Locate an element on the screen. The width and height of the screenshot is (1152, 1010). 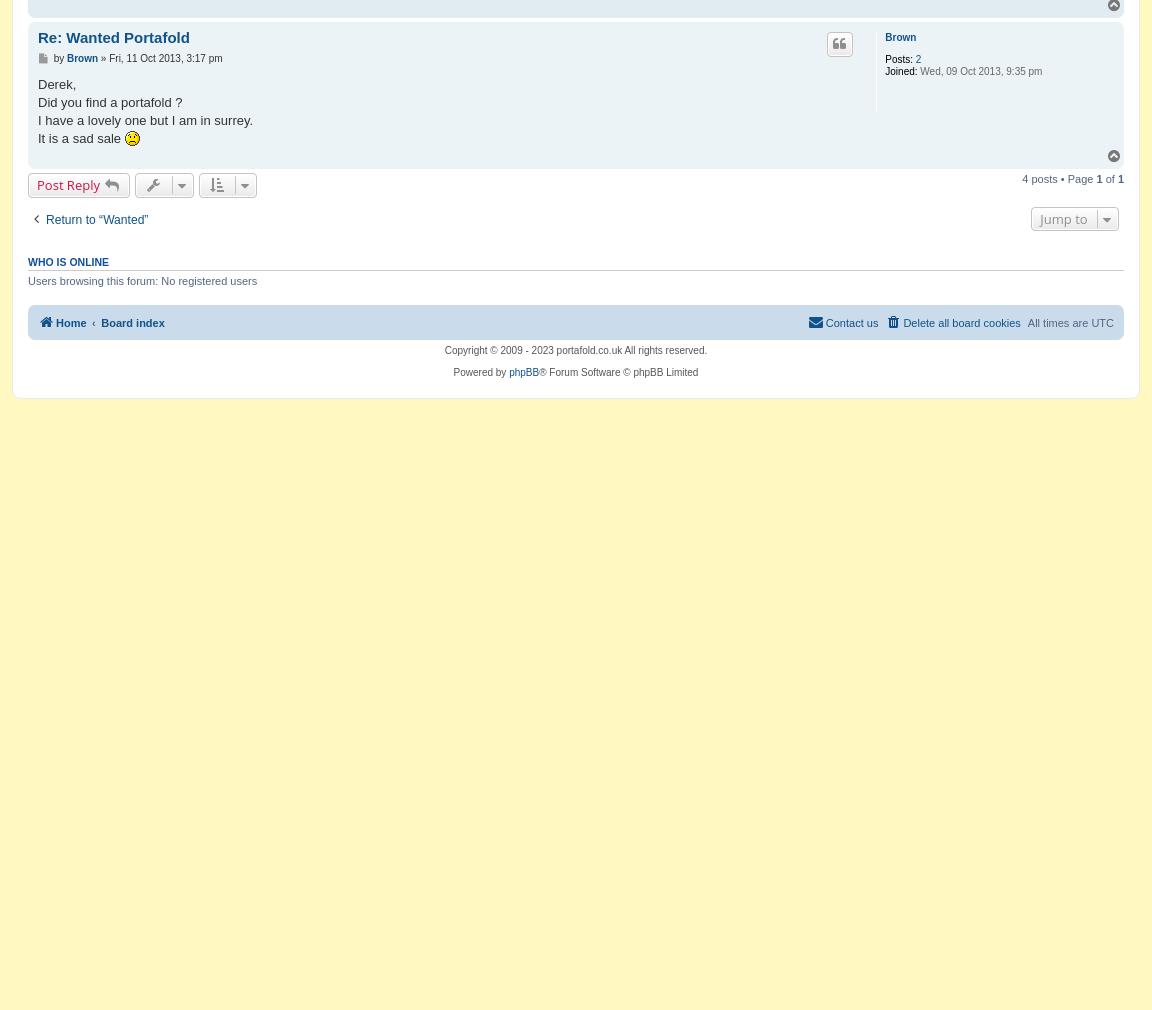
'2' is located at coordinates (917, 58).